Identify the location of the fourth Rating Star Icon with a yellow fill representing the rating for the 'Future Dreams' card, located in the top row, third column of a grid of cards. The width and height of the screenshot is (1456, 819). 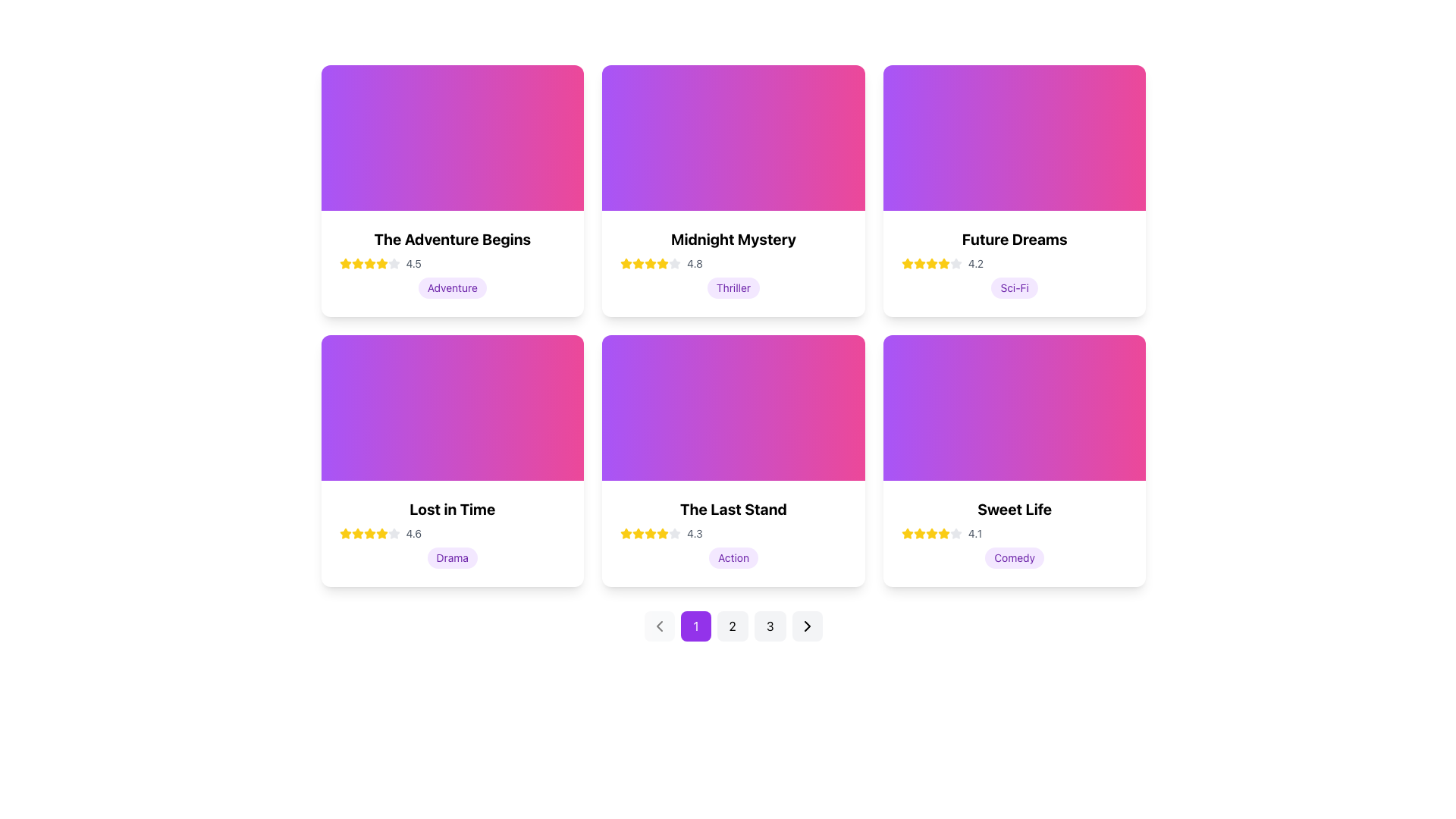
(930, 262).